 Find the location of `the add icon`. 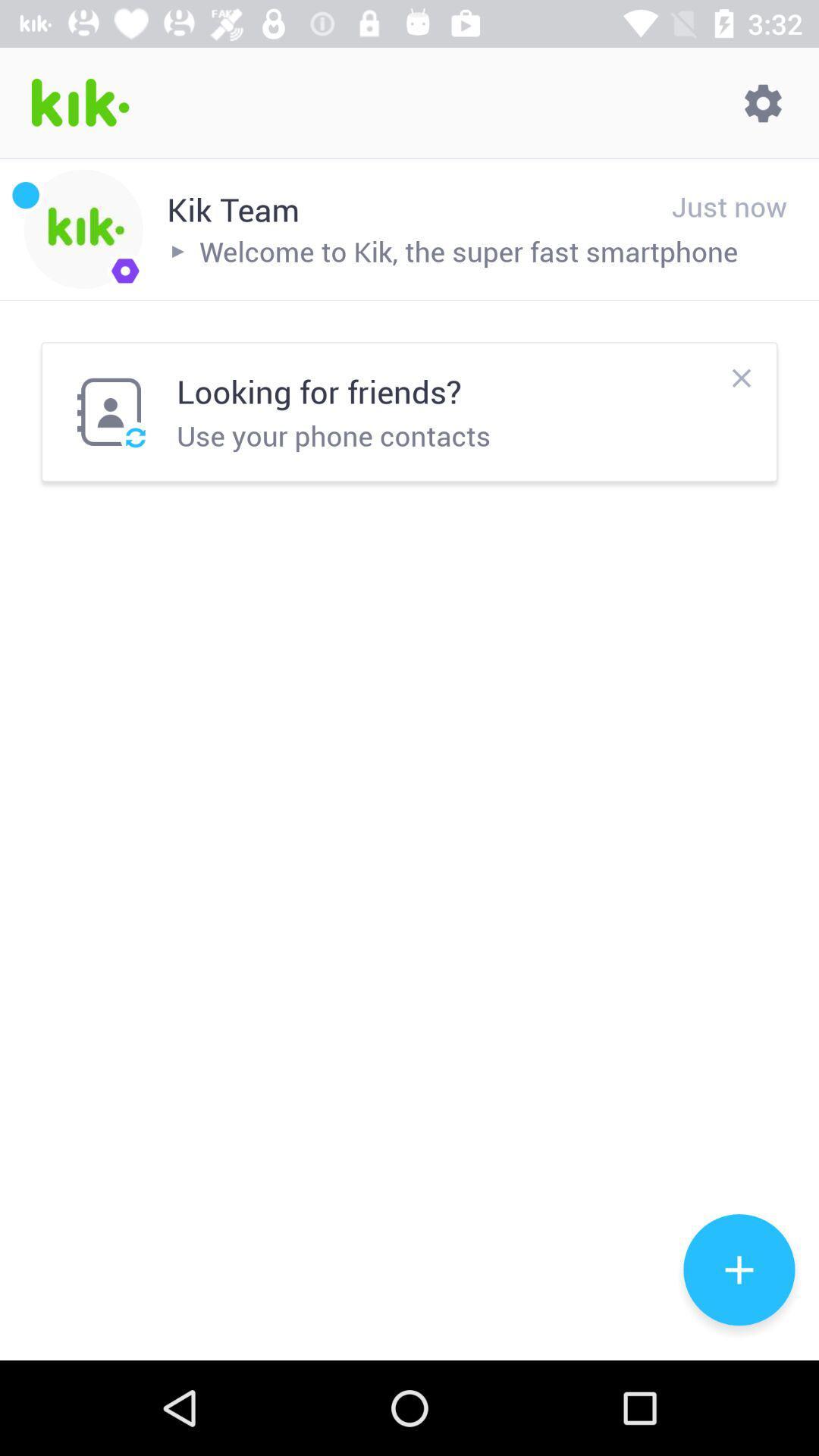

the add icon is located at coordinates (739, 1269).